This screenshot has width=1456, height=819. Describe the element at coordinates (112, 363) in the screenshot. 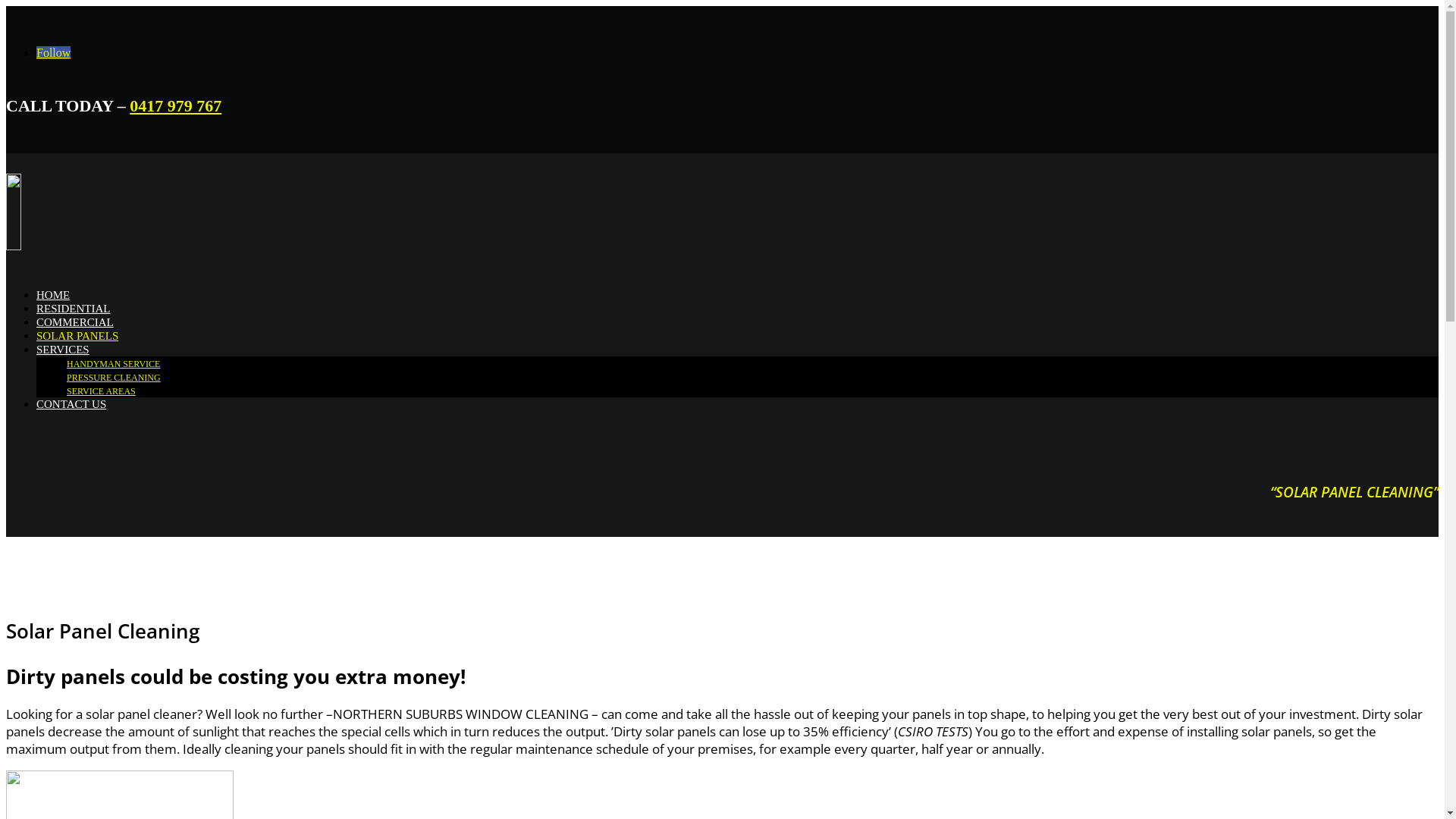

I see `'HANDYMAN SERVICE'` at that location.